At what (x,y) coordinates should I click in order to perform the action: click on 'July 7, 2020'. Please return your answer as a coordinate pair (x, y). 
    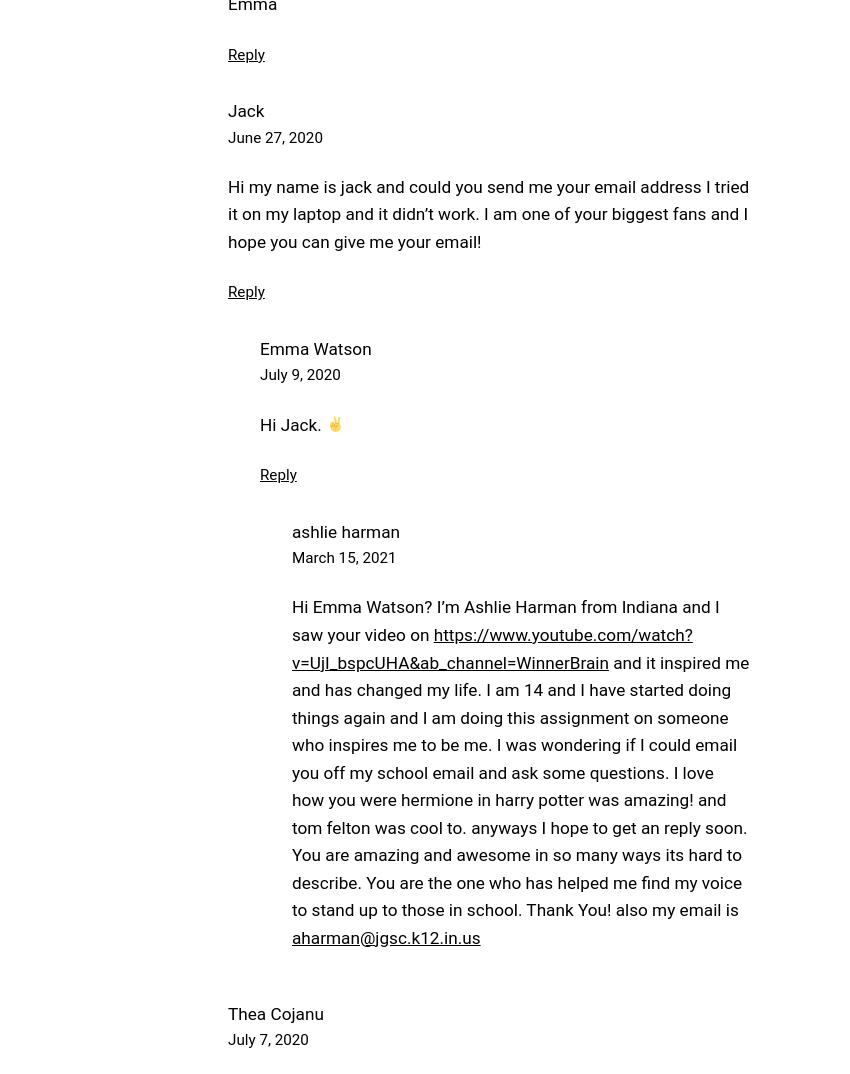
    Looking at the image, I should click on (227, 1039).